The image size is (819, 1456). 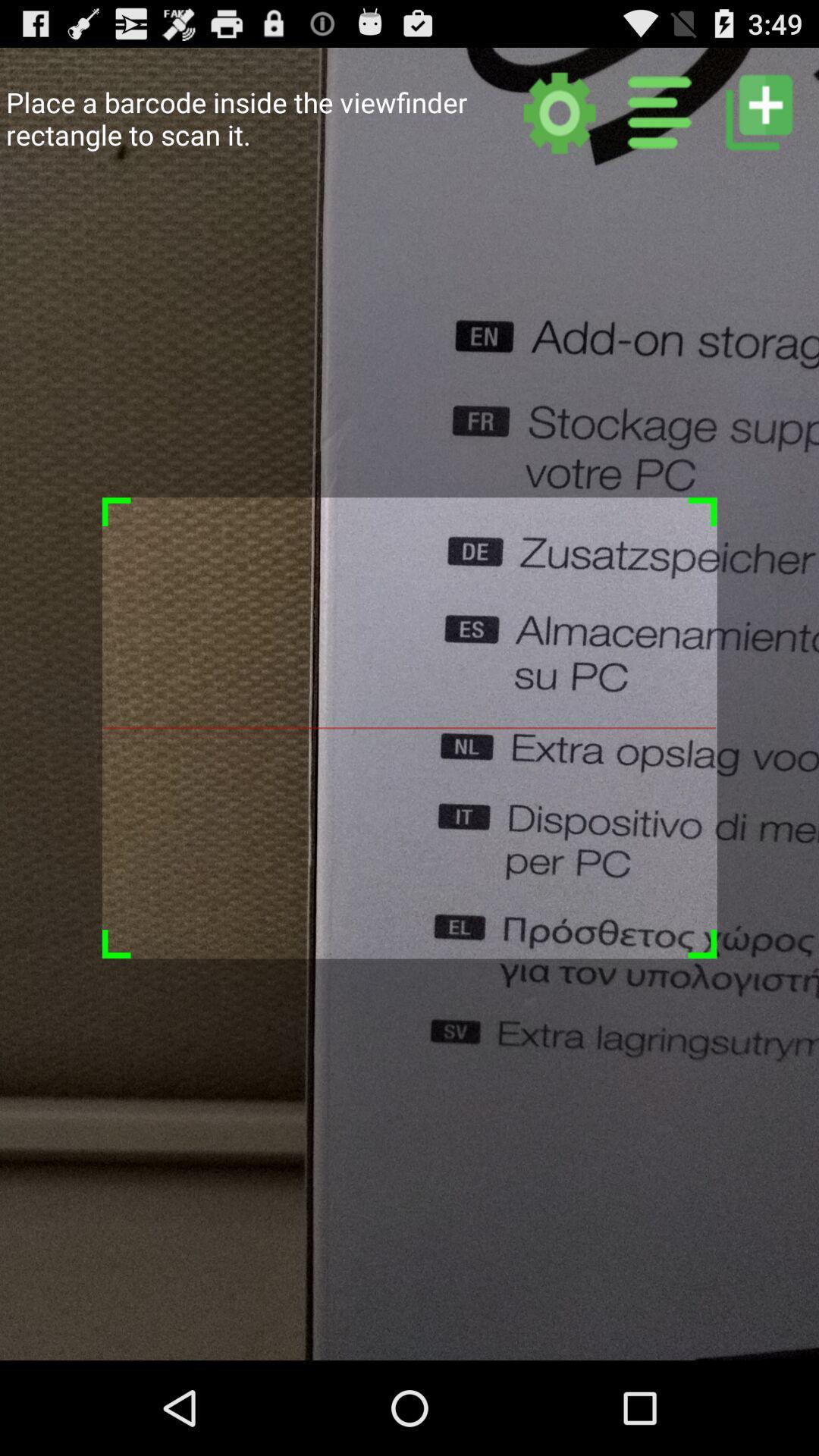 What do you see at coordinates (759, 111) in the screenshot?
I see `new` at bounding box center [759, 111].